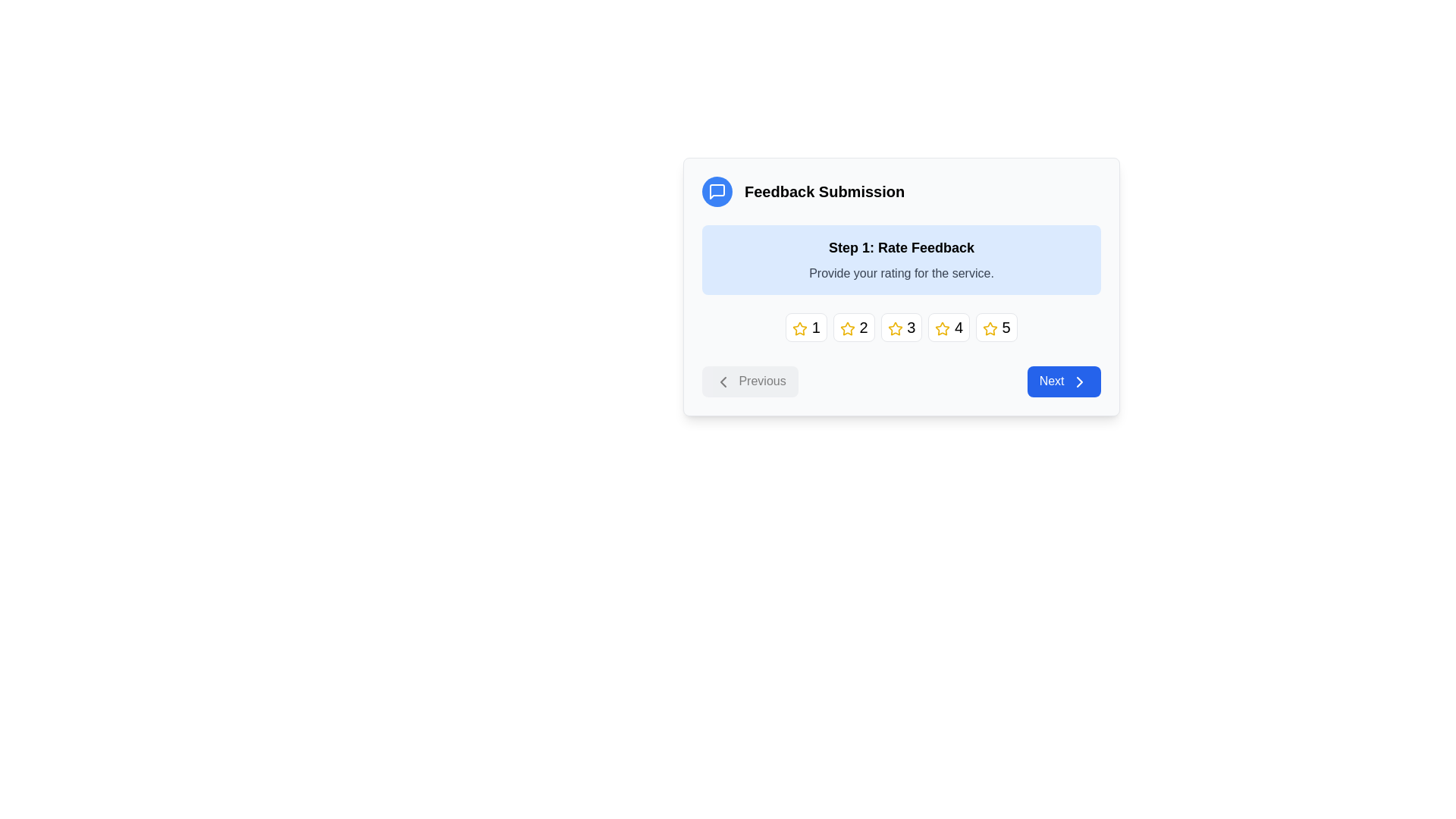  Describe the element at coordinates (1079, 380) in the screenshot. I see `the chevron arrow icon located to the right of the 'Next' button in the bottom-right corner of the feedback submission form as a visual cue for advancing to the next step` at that location.